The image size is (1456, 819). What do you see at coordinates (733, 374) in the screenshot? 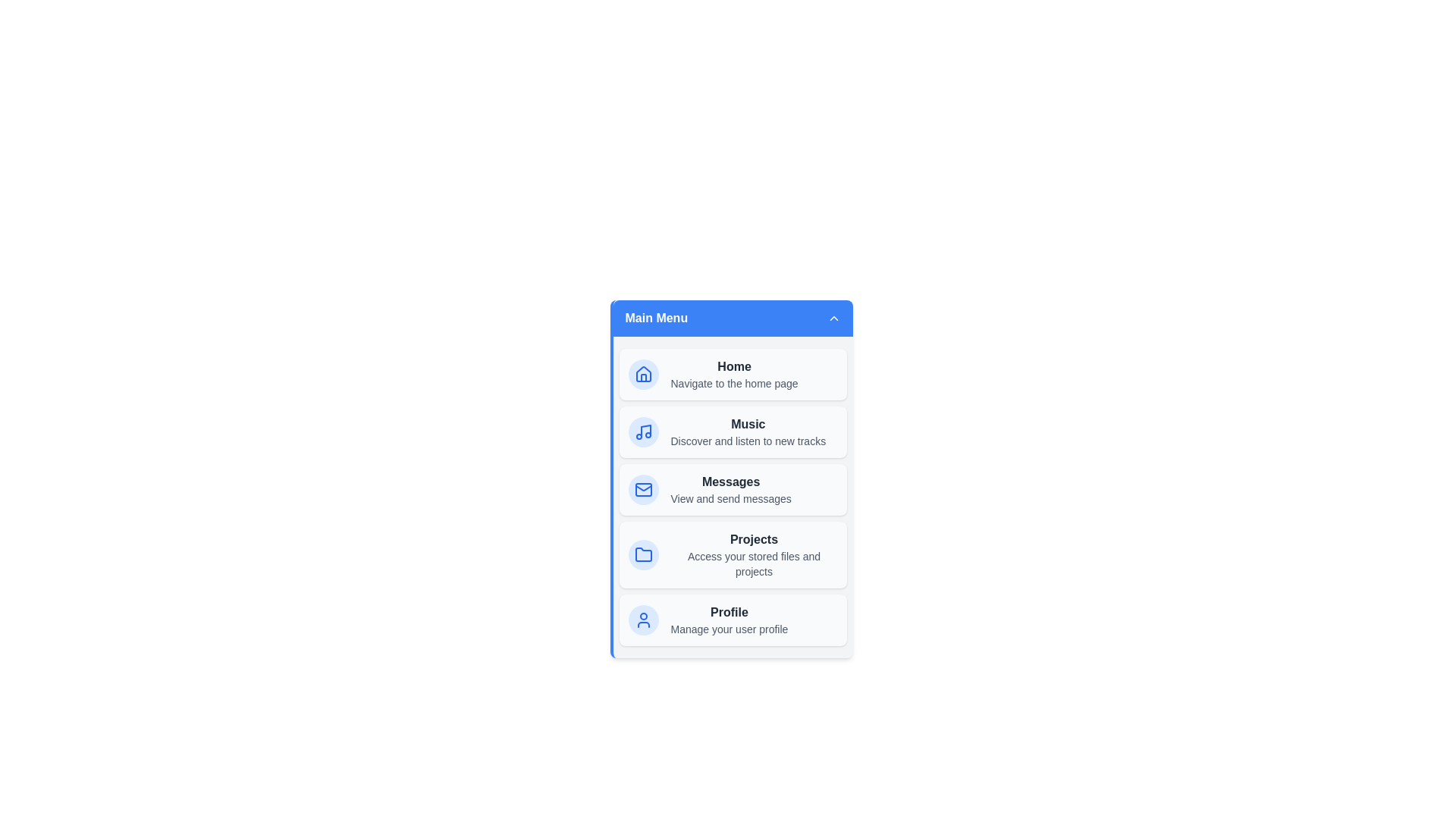
I see `the menu item Home to navigate to its respective section` at bounding box center [733, 374].